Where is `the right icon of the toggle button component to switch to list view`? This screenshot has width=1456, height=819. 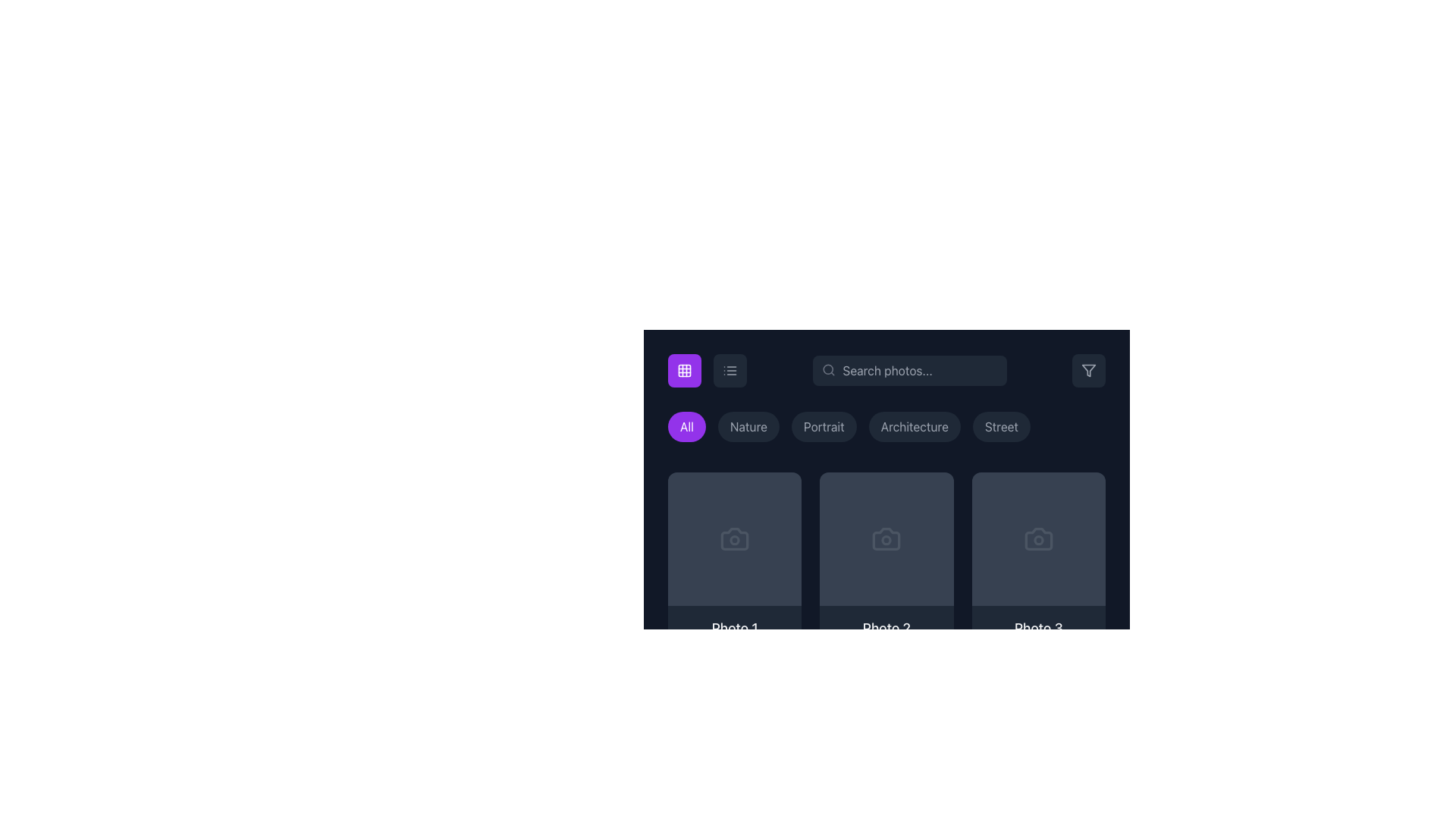 the right icon of the toggle button component to switch to list view is located at coordinates (706, 371).